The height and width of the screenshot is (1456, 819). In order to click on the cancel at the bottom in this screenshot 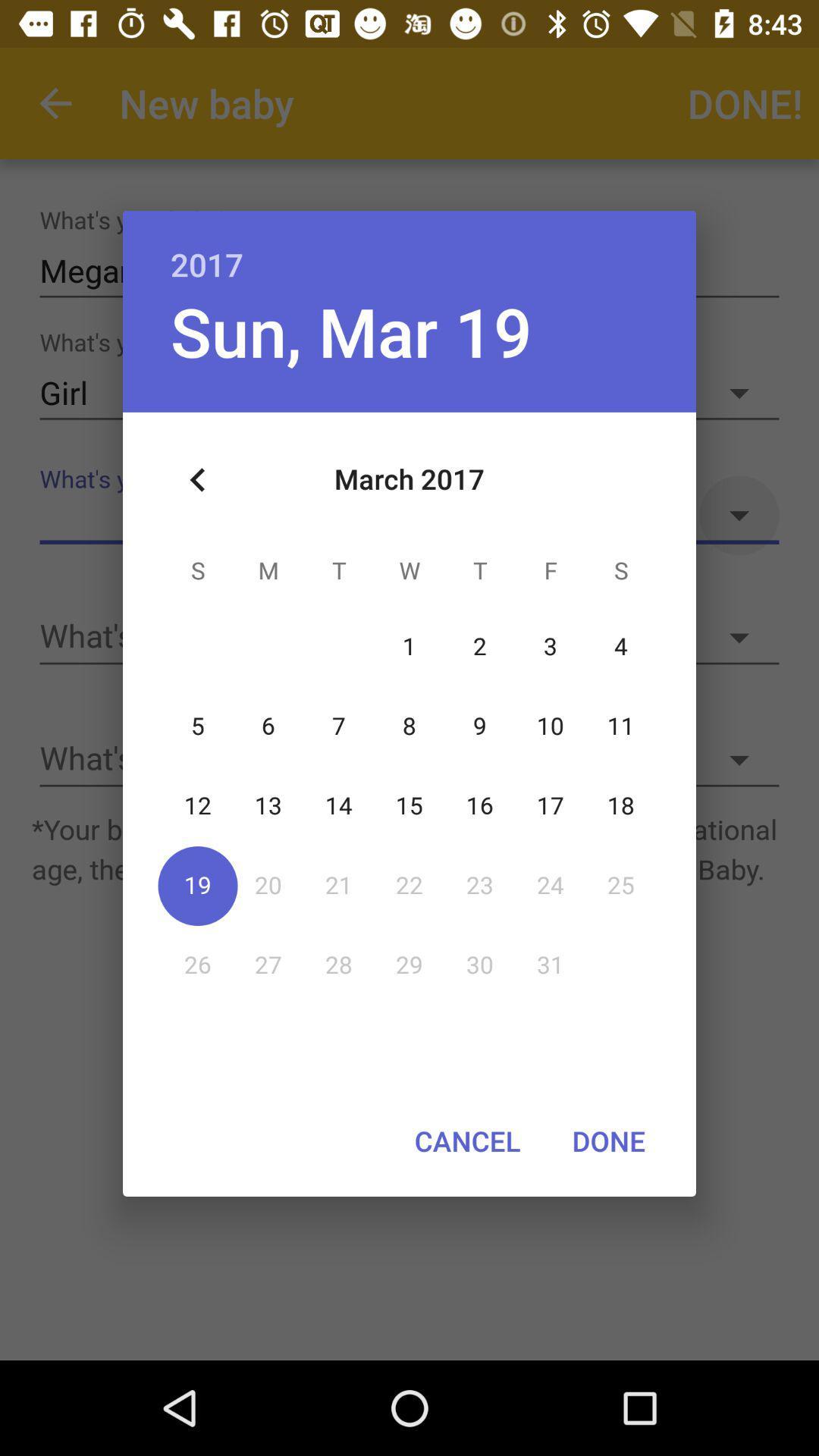, I will do `click(466, 1141)`.